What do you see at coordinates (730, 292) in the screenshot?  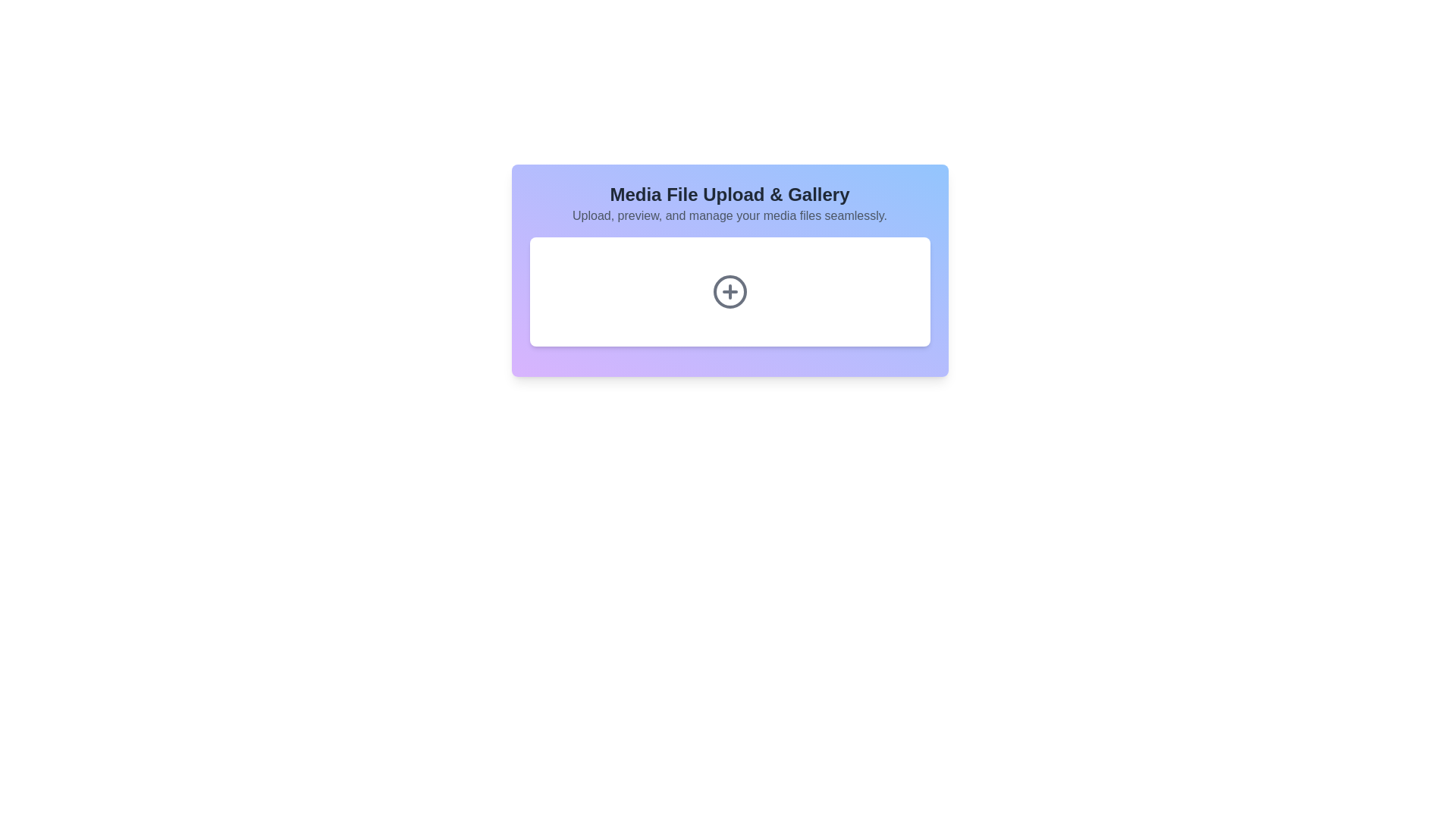 I see `the outer circular component of the plus icon located centrally beneath the 'Media File Upload & Gallery' header` at bounding box center [730, 292].